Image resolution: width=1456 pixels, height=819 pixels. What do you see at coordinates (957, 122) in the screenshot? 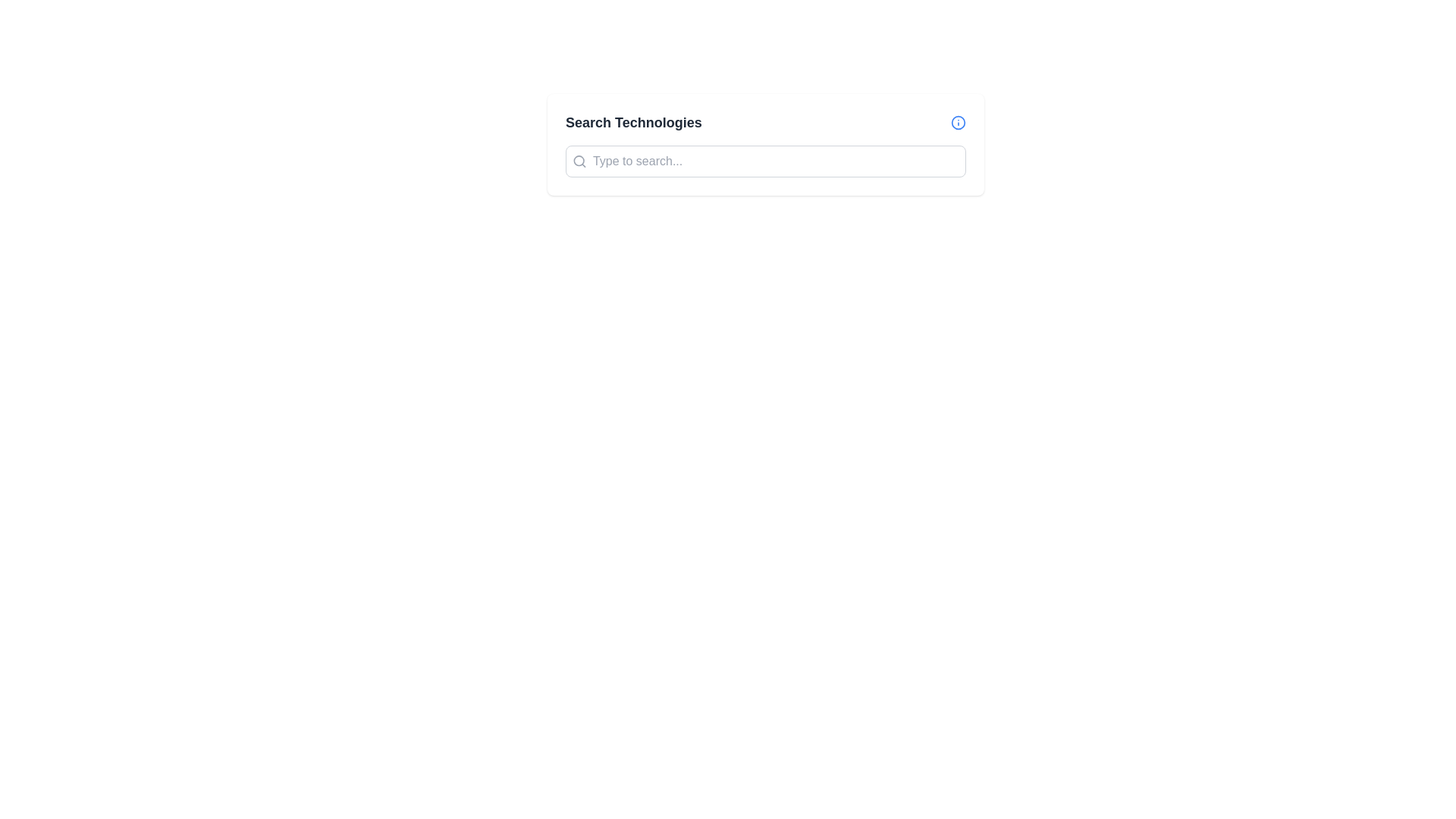
I see `SVG vector graphic element representing the information icon, which is located to the right and slightly above a search input box` at bounding box center [957, 122].